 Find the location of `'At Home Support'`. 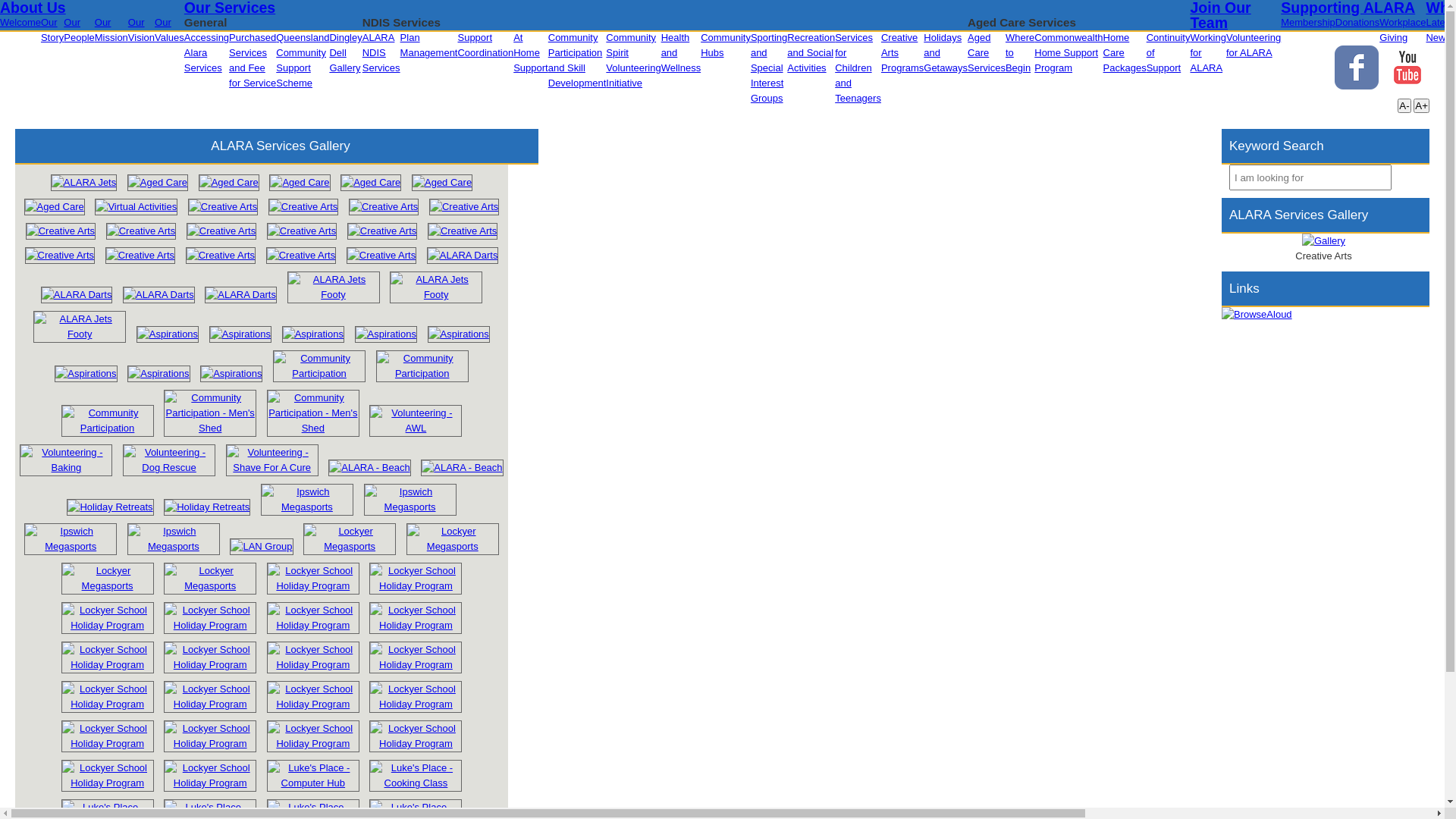

'At Home Support' is located at coordinates (531, 52).